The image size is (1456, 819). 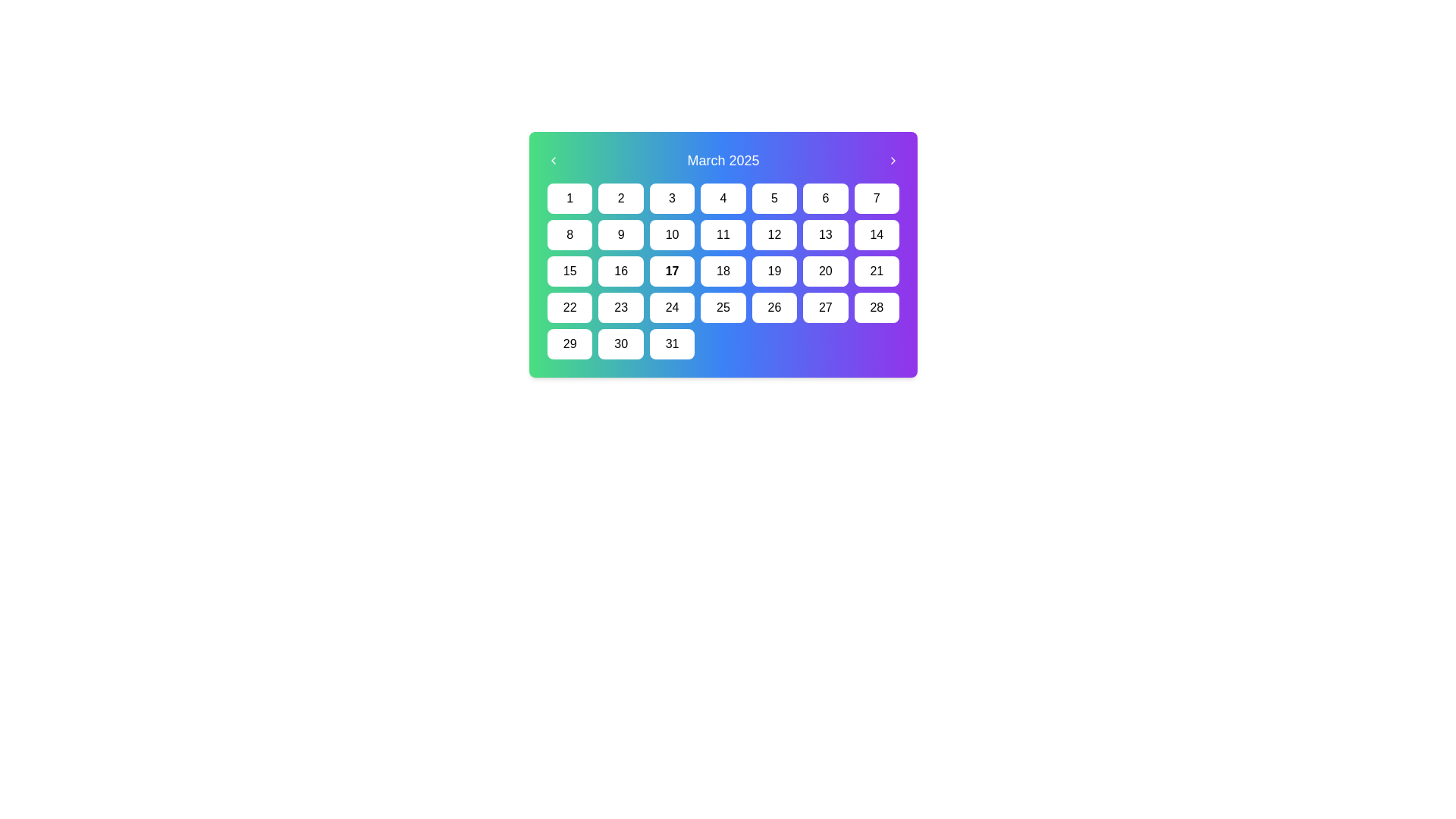 I want to click on the button-like UI component displaying '26' in black, which is part of a calendar layout and located in the fifth column of the fourth row, so click(x=774, y=307).